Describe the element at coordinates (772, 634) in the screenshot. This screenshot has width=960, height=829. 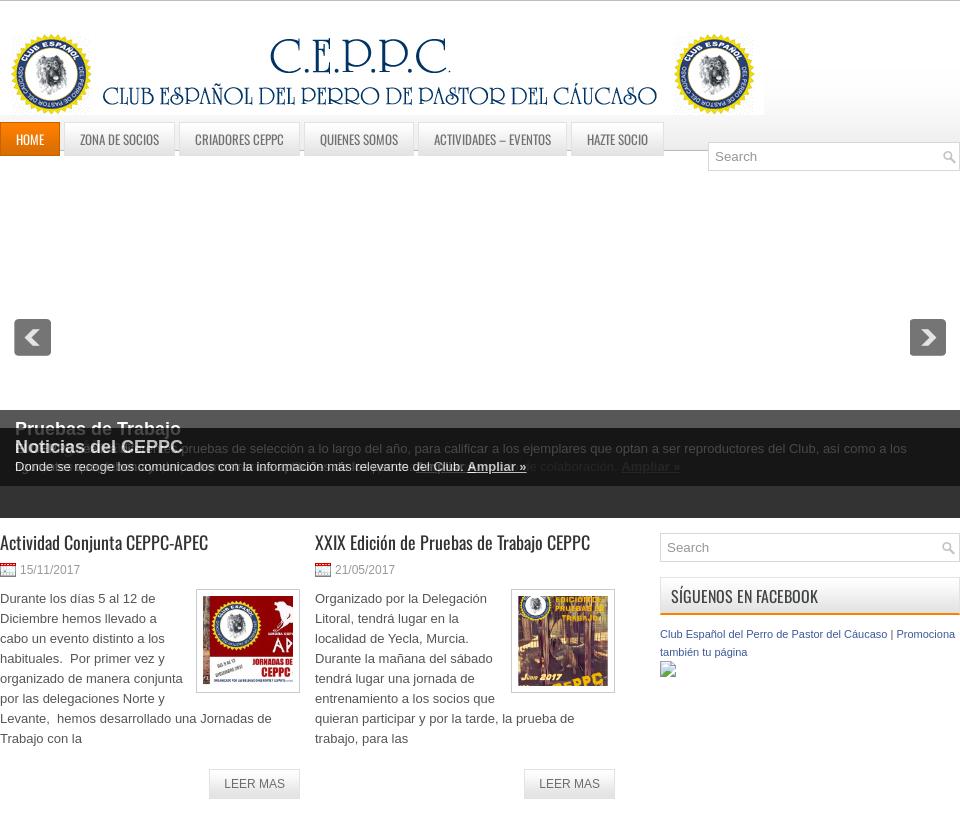
I see `'Club Español del Perro de Pastor del Cáucaso'` at that location.